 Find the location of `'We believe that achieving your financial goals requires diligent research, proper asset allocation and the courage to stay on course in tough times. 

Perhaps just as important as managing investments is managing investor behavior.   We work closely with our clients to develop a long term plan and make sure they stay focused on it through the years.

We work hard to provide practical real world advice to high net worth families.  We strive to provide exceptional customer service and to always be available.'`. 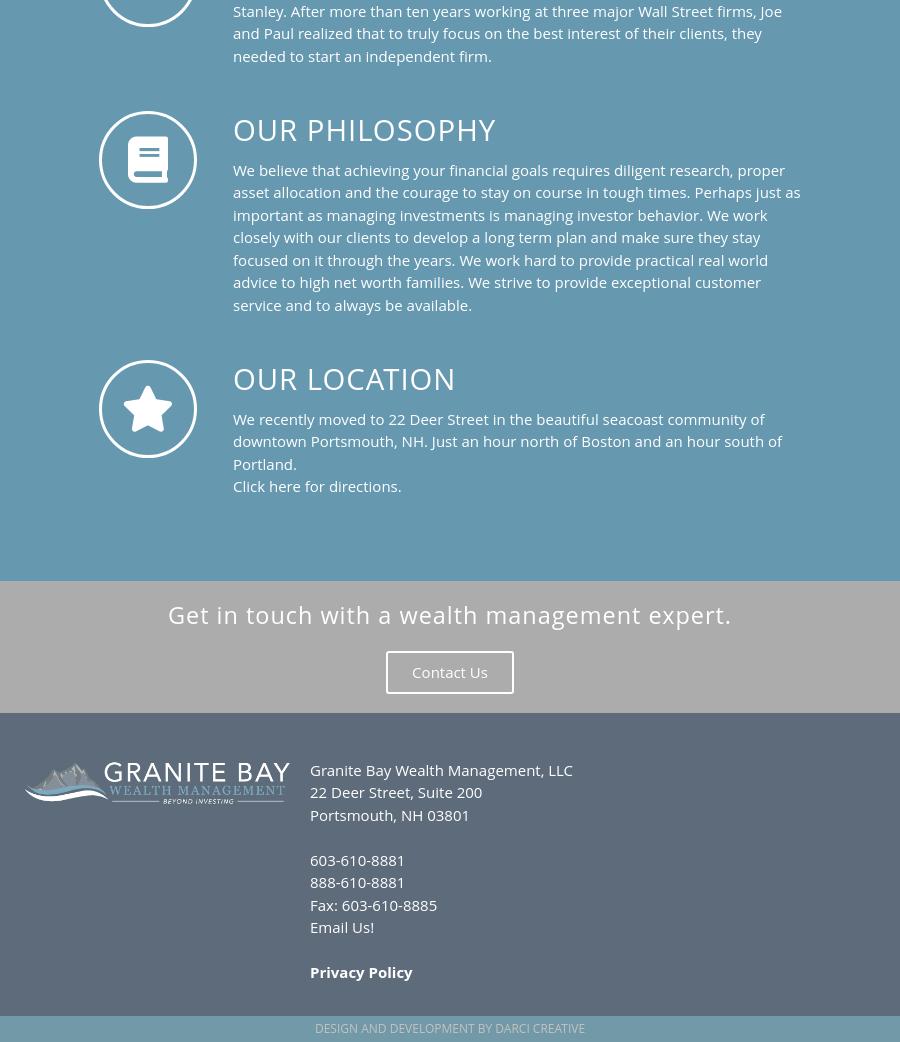

'We believe that achieving your financial goals requires diligent research, proper asset allocation and the courage to stay on course in tough times. 

Perhaps just as important as managing investments is managing investor behavior.   We work closely with our clients to develop a long term plan and make sure they stay focused on it through the years.

We work hard to provide practical real world advice to high net worth families.  We strive to provide exceptional customer service and to always be available.' is located at coordinates (515, 235).